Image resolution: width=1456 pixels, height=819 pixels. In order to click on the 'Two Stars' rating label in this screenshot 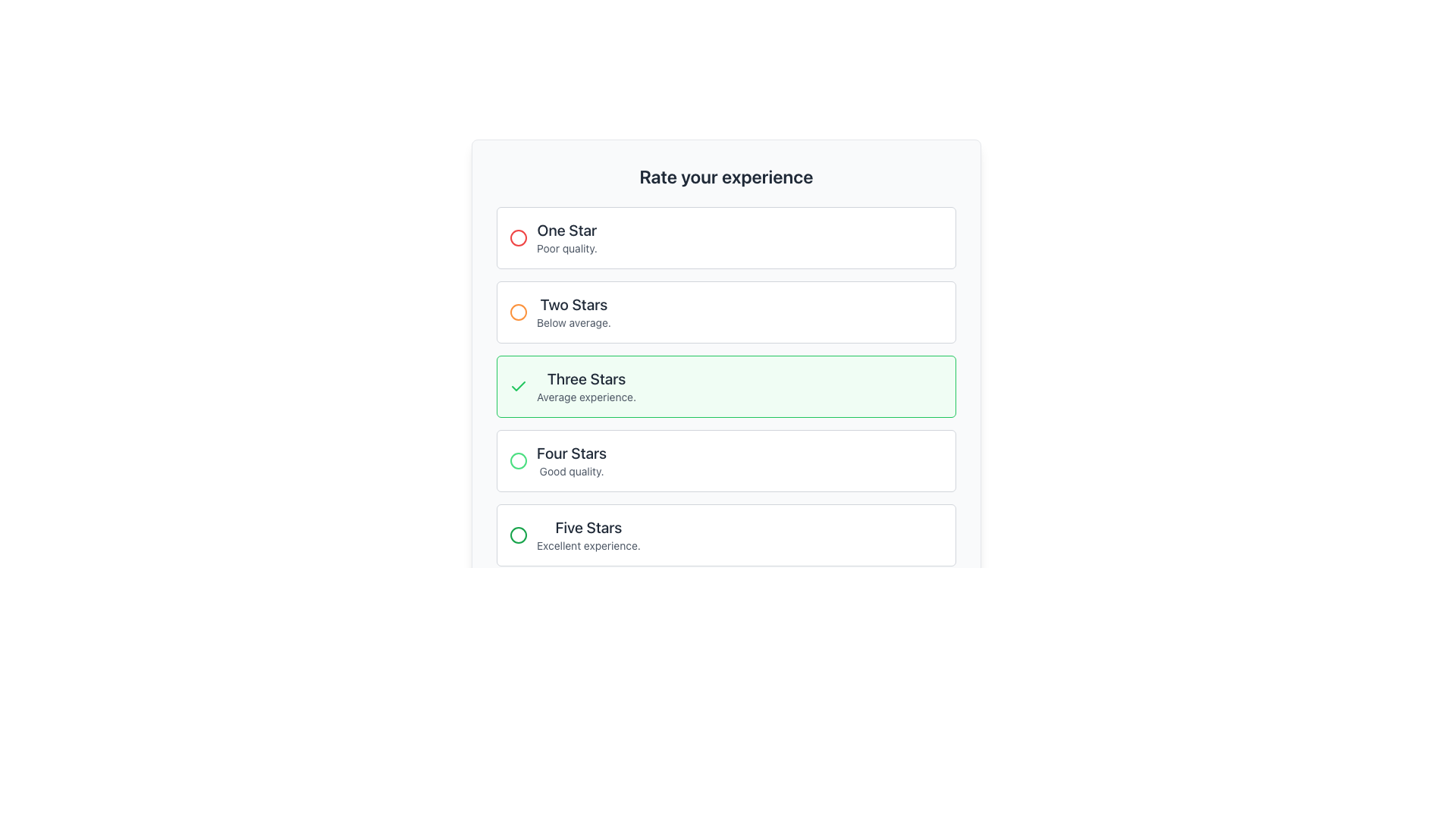, I will do `click(573, 304)`.